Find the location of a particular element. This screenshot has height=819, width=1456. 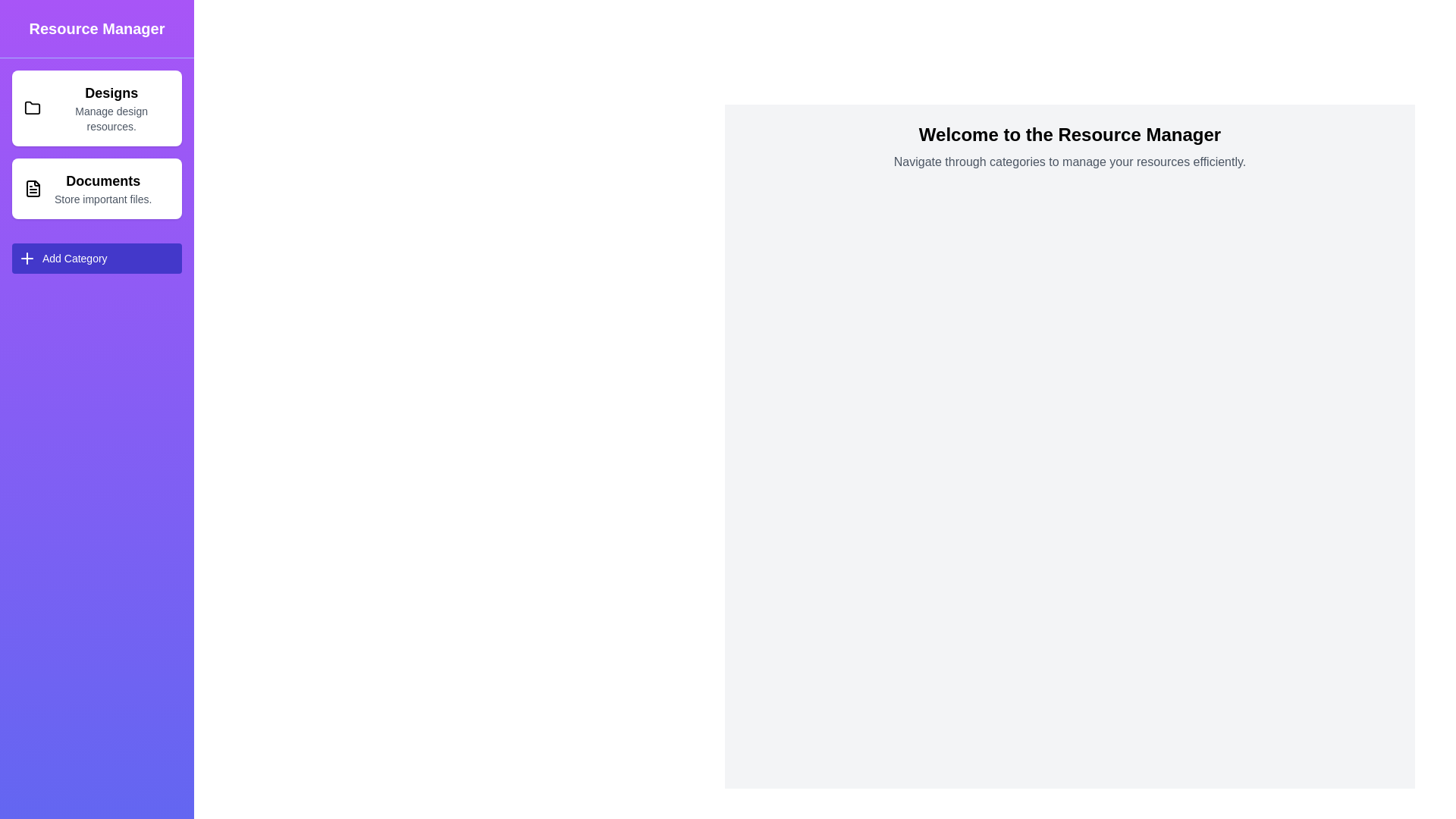

the 'Designs' category in the sidebar is located at coordinates (96, 107).